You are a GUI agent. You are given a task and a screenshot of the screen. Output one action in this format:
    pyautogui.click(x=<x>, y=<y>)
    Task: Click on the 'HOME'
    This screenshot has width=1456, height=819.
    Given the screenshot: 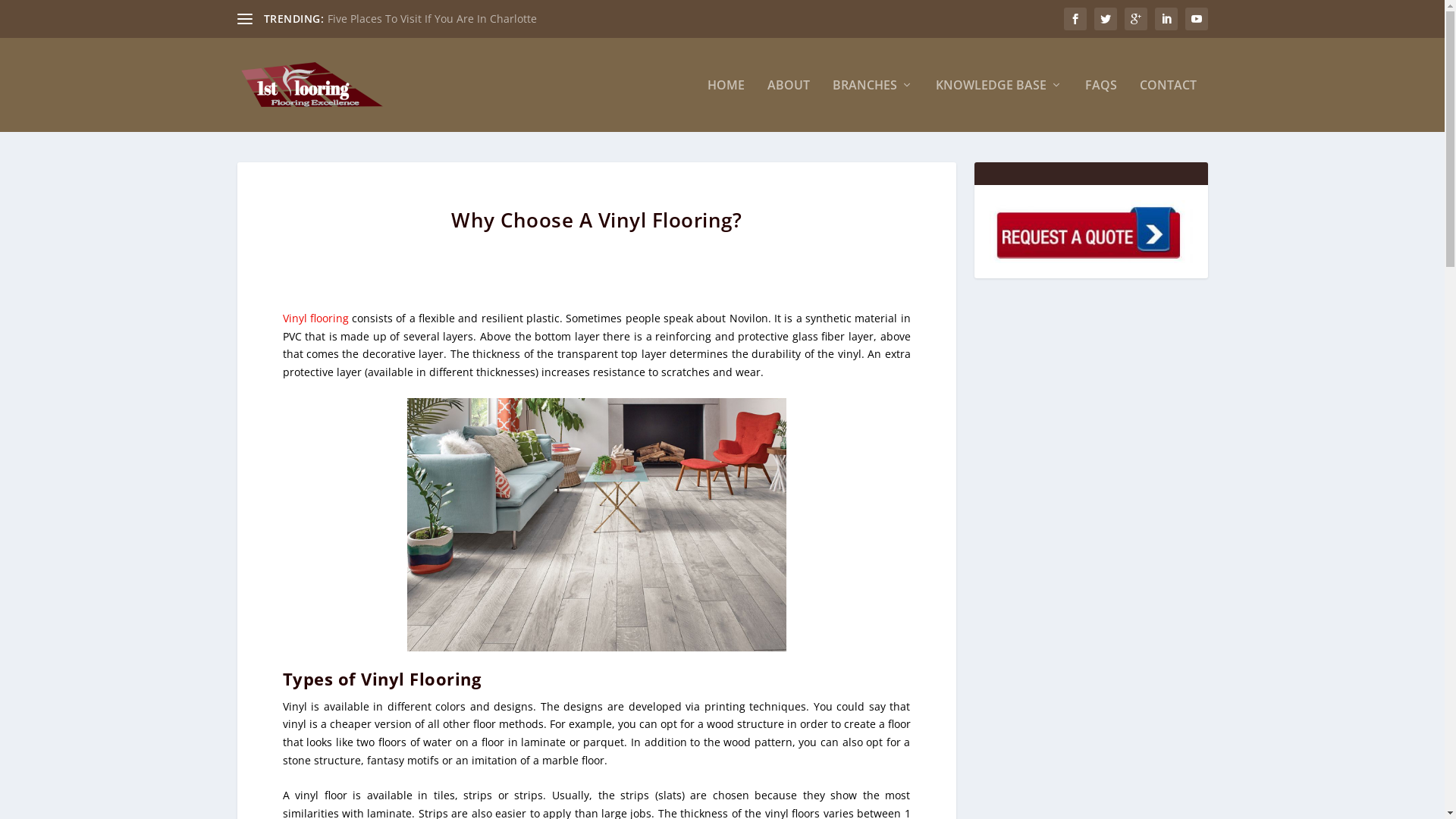 What is the action you would take?
    pyautogui.click(x=724, y=104)
    